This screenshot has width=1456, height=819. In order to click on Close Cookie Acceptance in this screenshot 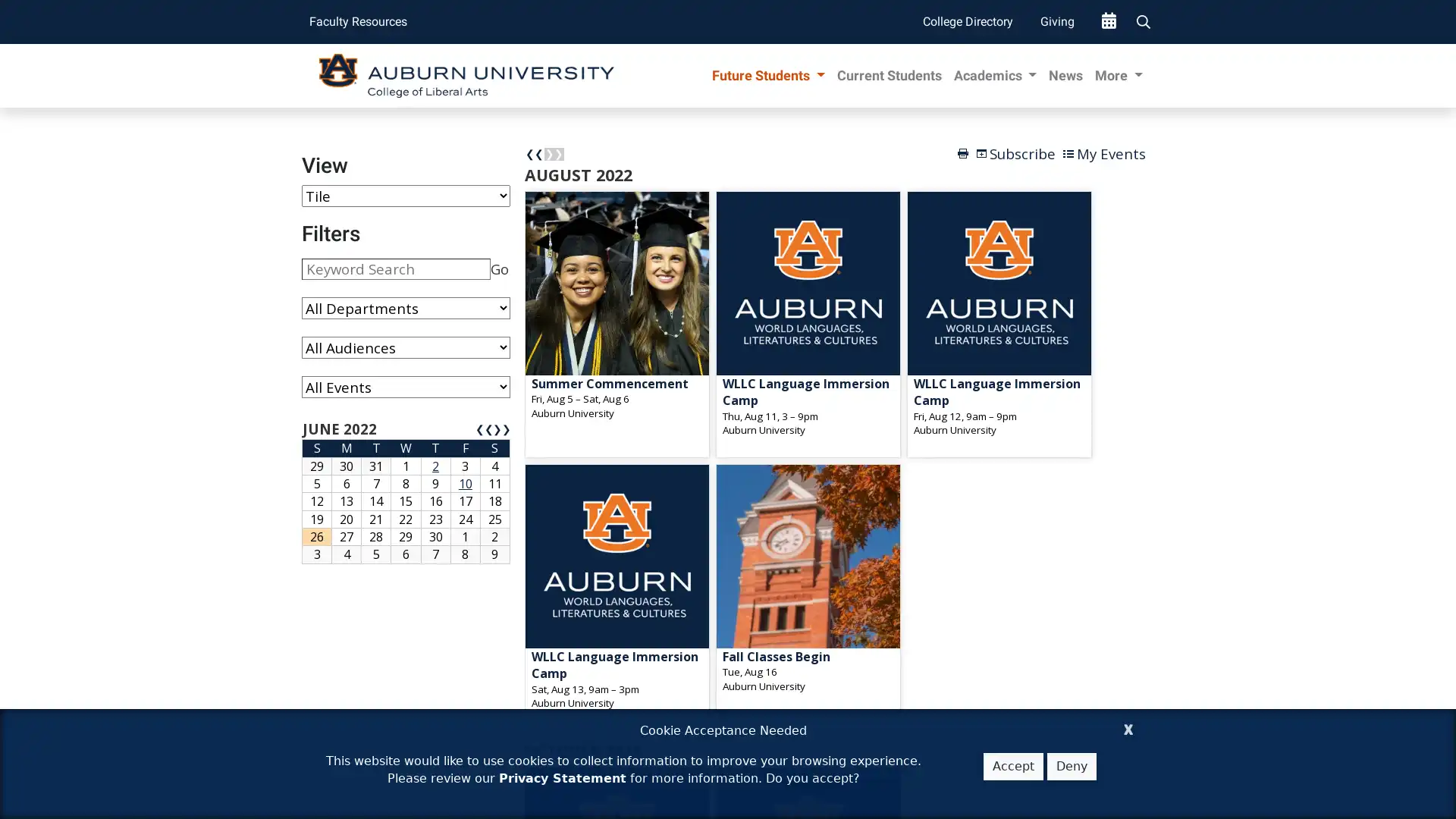, I will do `click(1128, 726)`.